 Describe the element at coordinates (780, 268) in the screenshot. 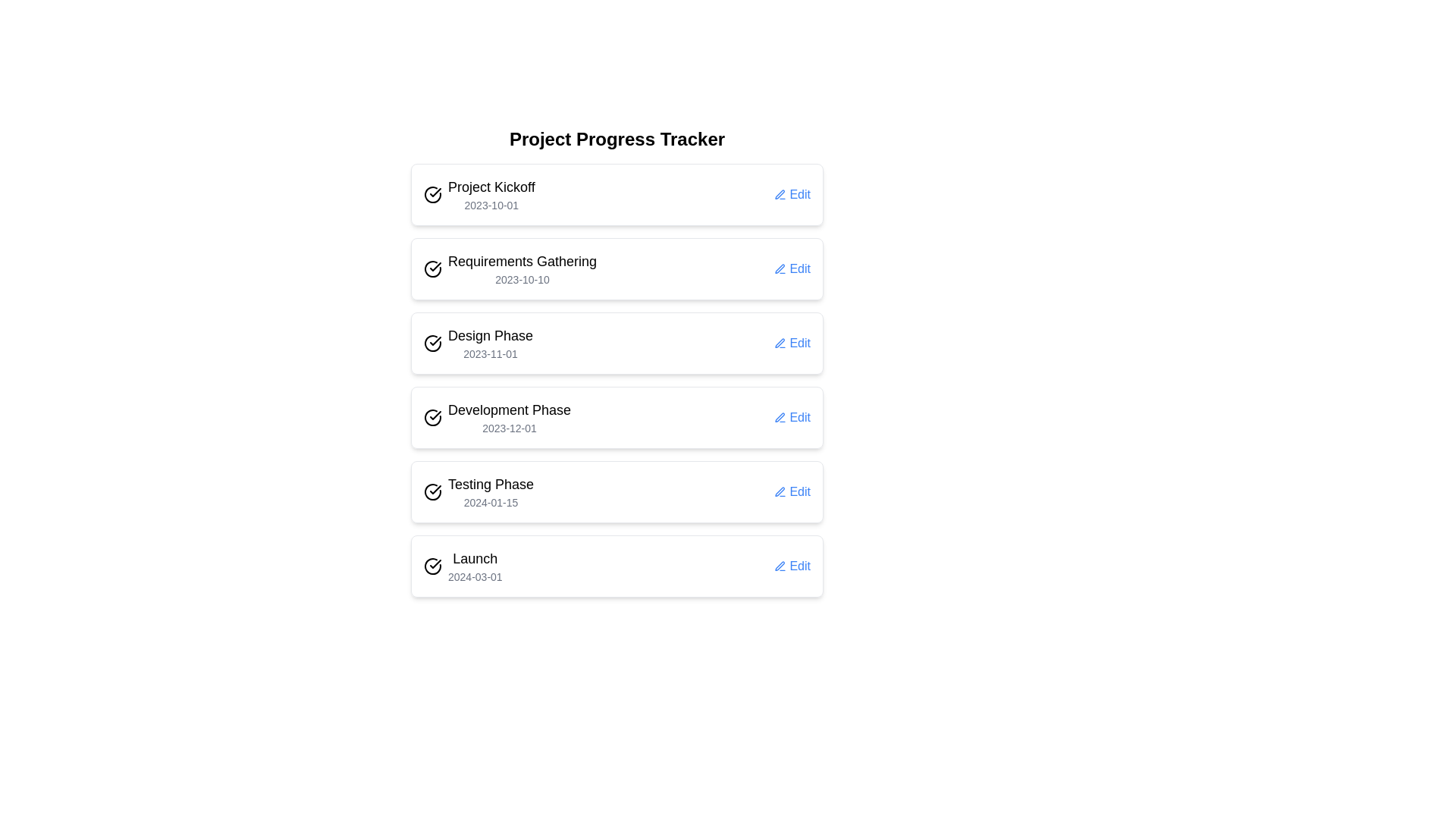

I see `the pen icon located in the second card of a vertical list, which is positioned to the right of the card's content and to the left of the 'Edit' text` at that location.